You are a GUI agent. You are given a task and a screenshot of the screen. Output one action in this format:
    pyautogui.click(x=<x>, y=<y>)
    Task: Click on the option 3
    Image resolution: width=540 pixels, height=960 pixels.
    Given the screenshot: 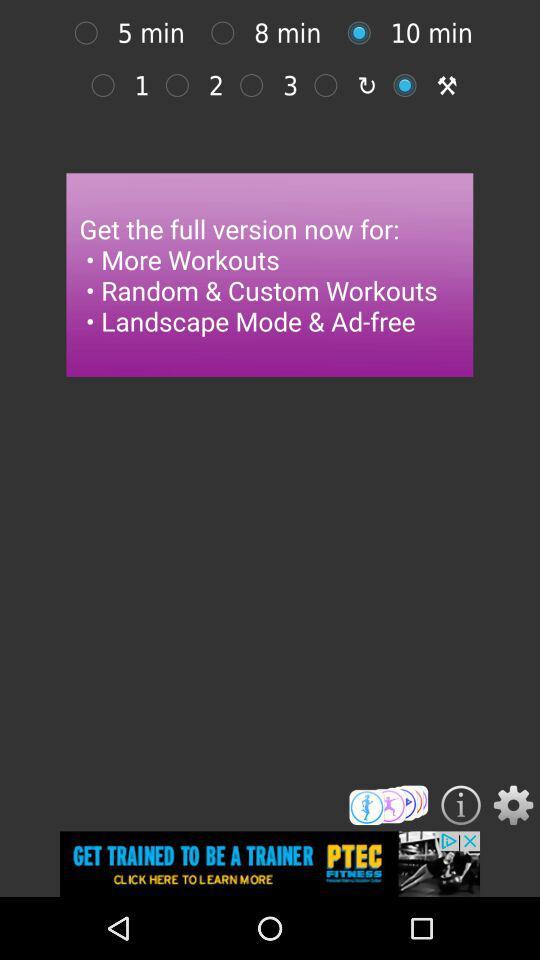 What is the action you would take?
    pyautogui.click(x=256, y=85)
    